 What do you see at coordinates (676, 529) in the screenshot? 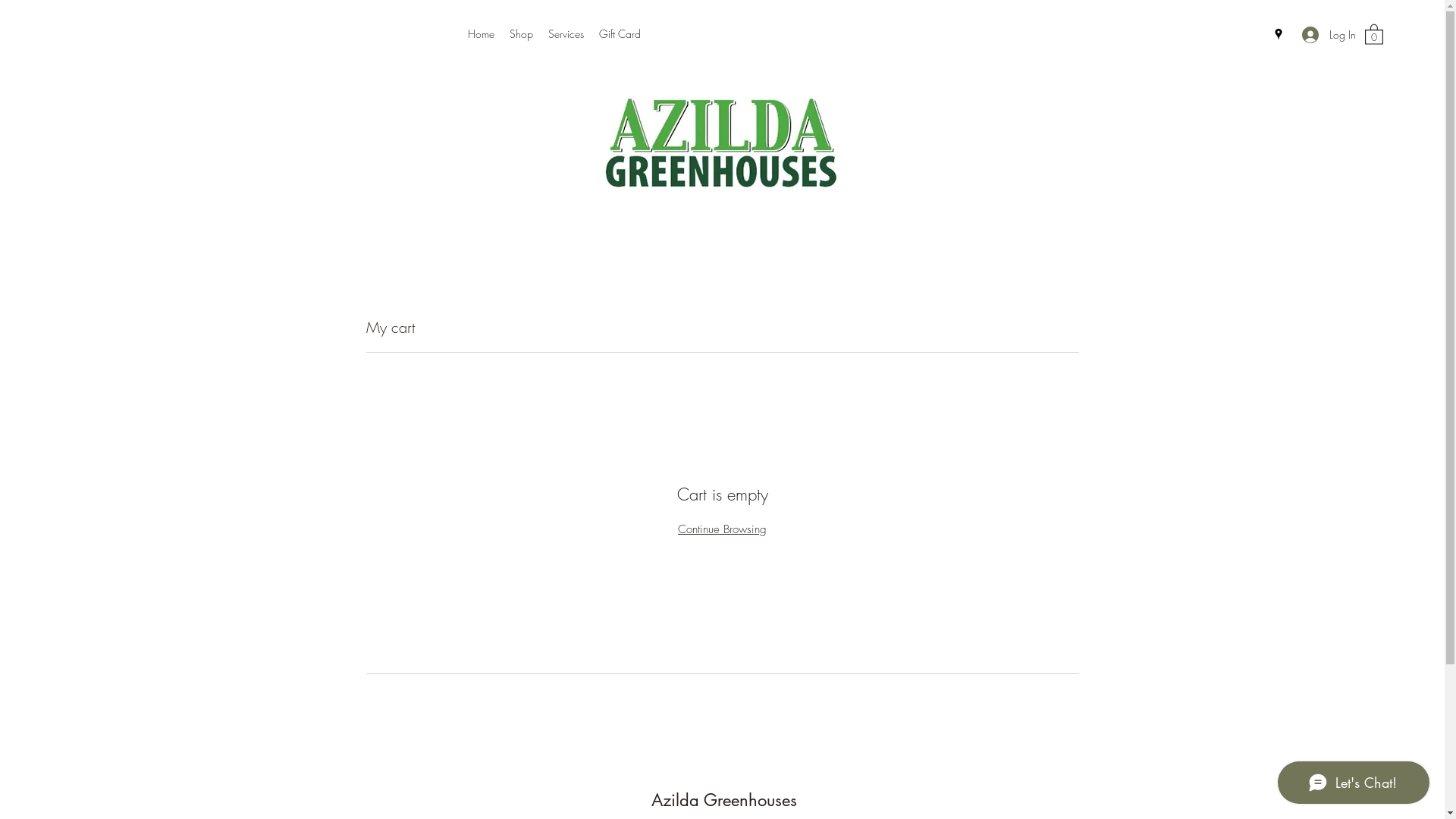
I see `'Continue Browsing'` at bounding box center [676, 529].